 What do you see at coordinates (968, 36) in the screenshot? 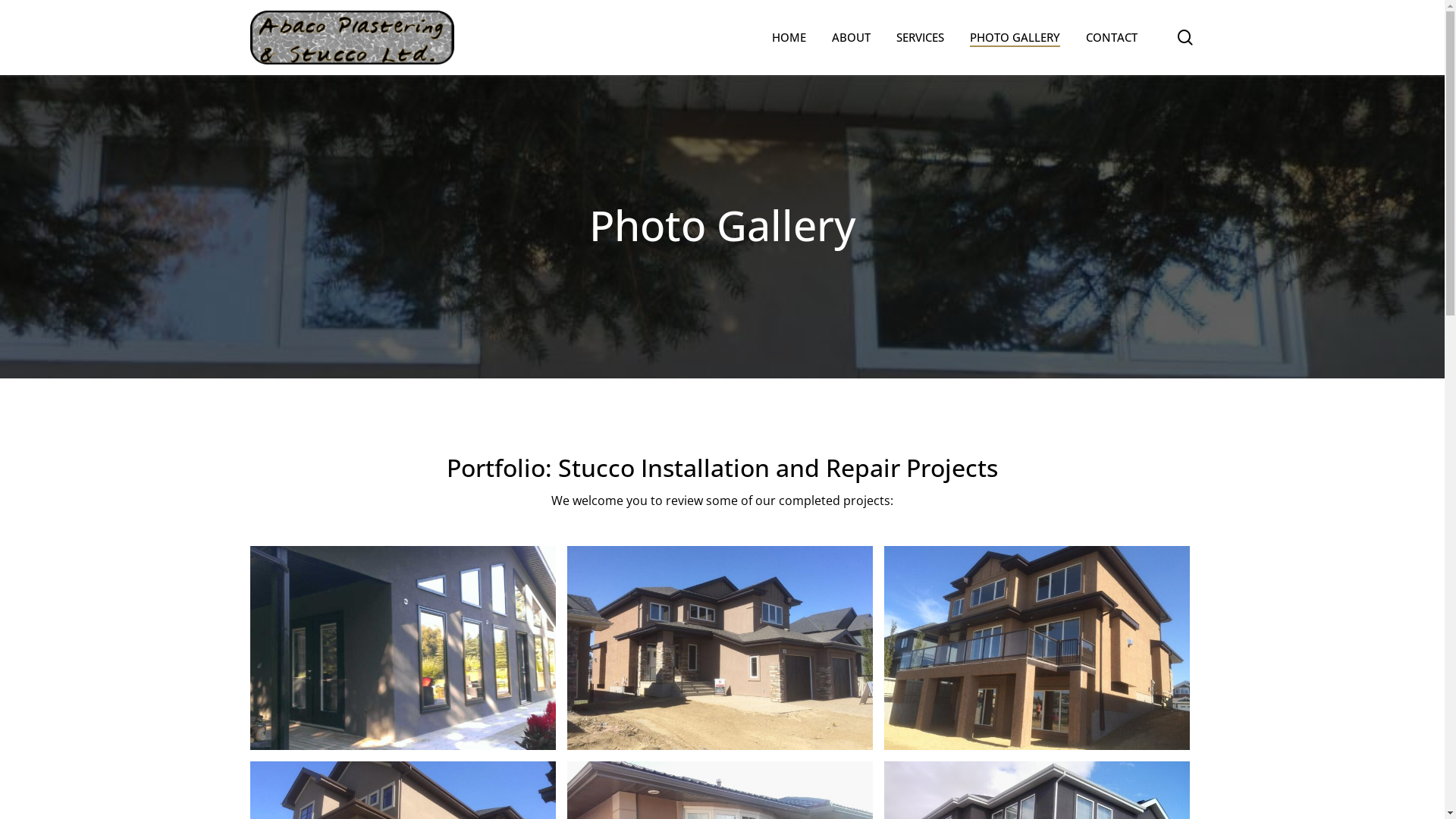
I see `'PHOTO GALLERY'` at bounding box center [968, 36].